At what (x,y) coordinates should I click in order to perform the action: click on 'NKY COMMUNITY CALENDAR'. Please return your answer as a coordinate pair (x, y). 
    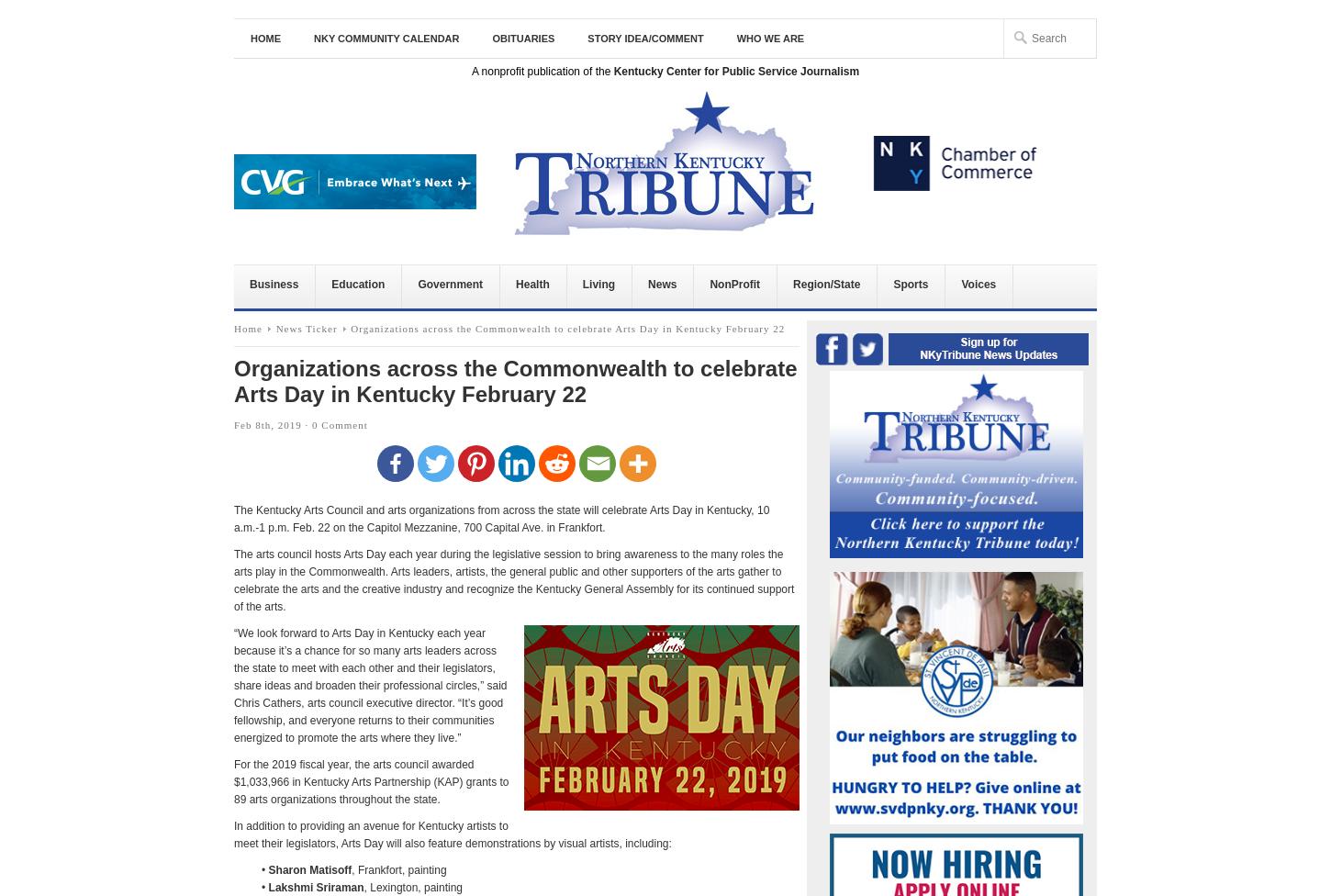
    Looking at the image, I should click on (314, 38).